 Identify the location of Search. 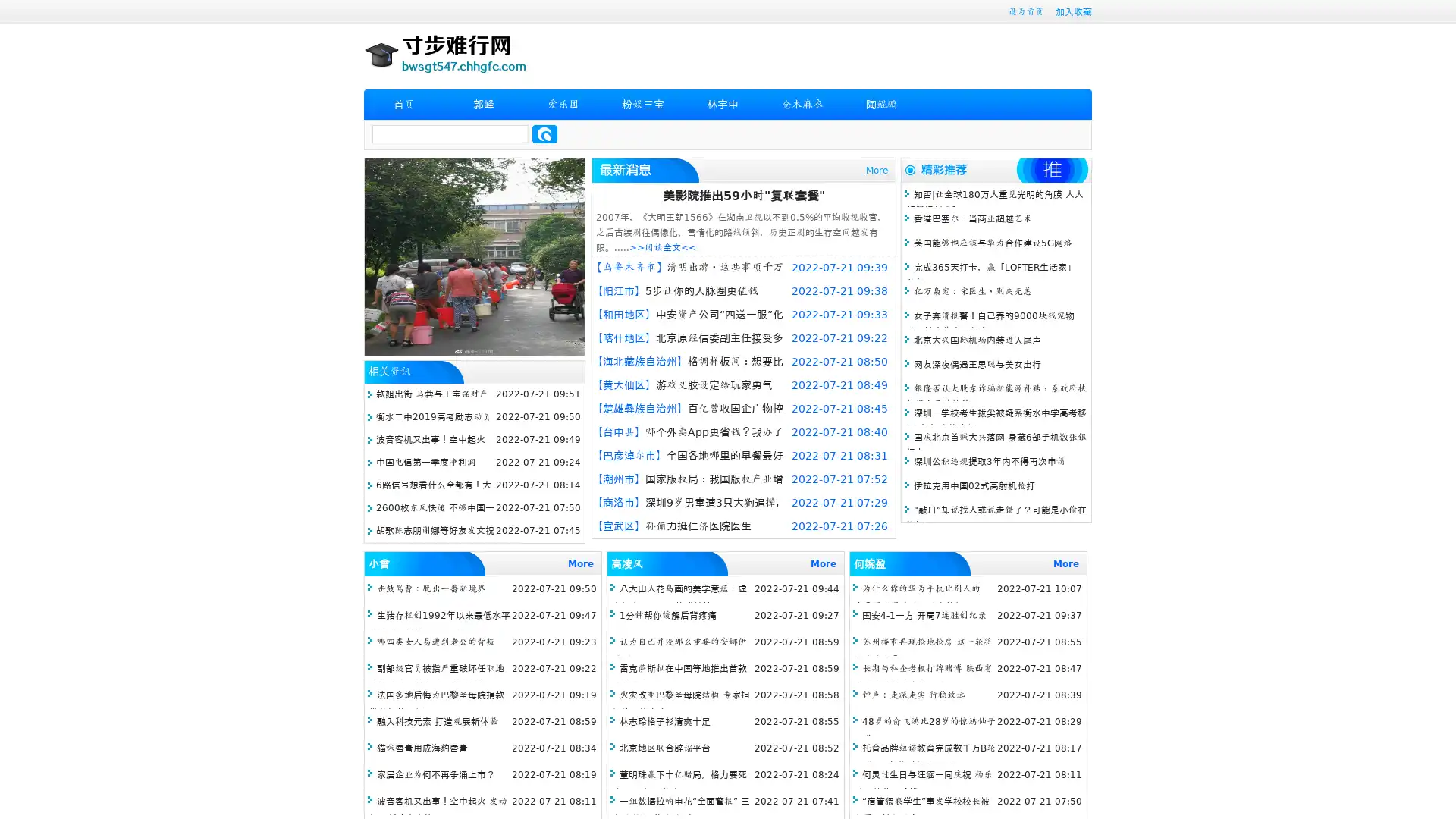
(544, 133).